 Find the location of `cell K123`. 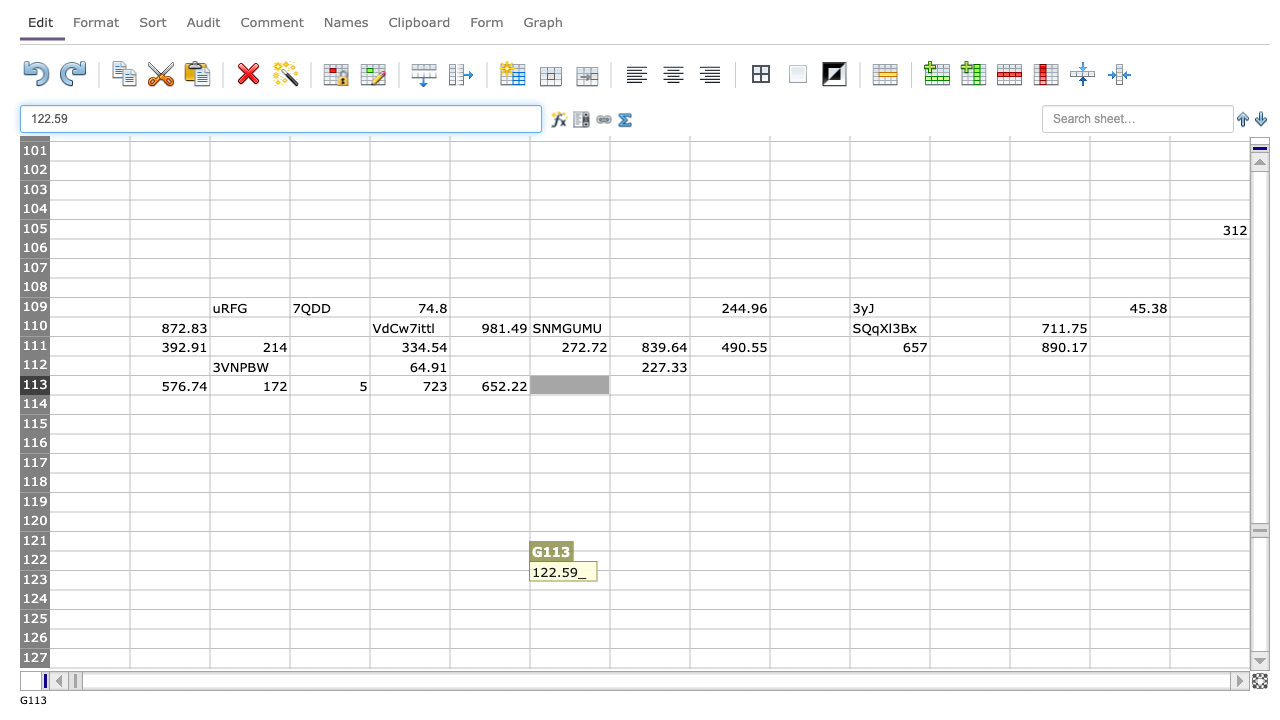

cell K123 is located at coordinates (888, 580).